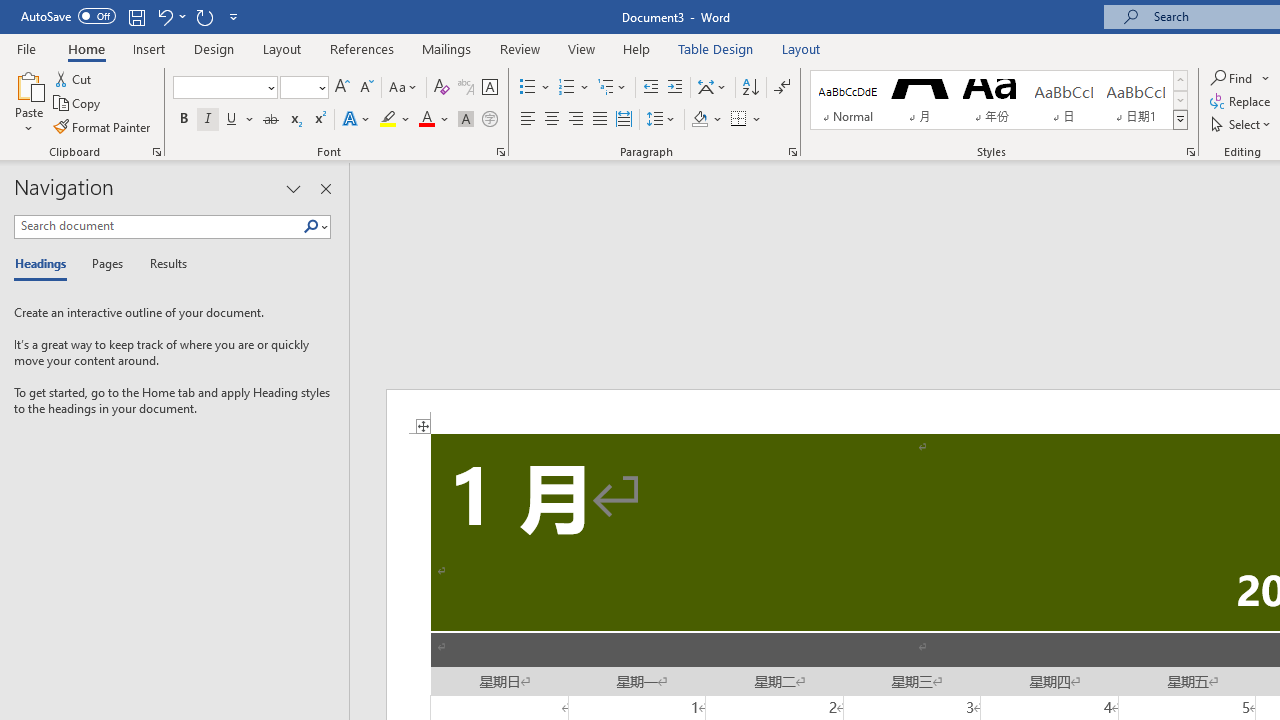  I want to click on 'Undo Italic', so click(164, 16).